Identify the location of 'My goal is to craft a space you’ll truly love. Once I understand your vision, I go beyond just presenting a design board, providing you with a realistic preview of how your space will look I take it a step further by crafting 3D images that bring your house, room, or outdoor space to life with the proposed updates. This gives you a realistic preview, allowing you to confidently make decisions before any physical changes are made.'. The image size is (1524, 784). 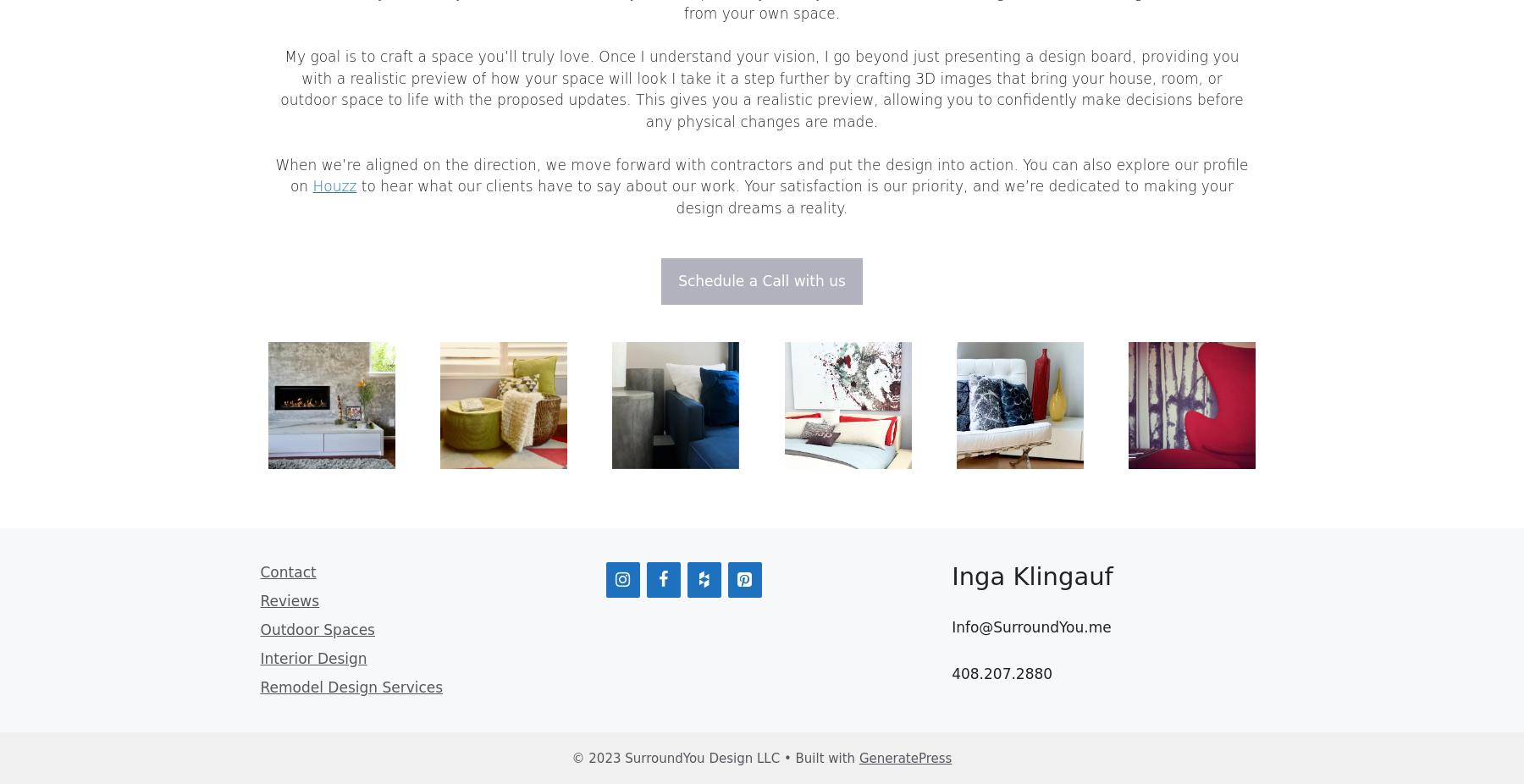
(279, 88).